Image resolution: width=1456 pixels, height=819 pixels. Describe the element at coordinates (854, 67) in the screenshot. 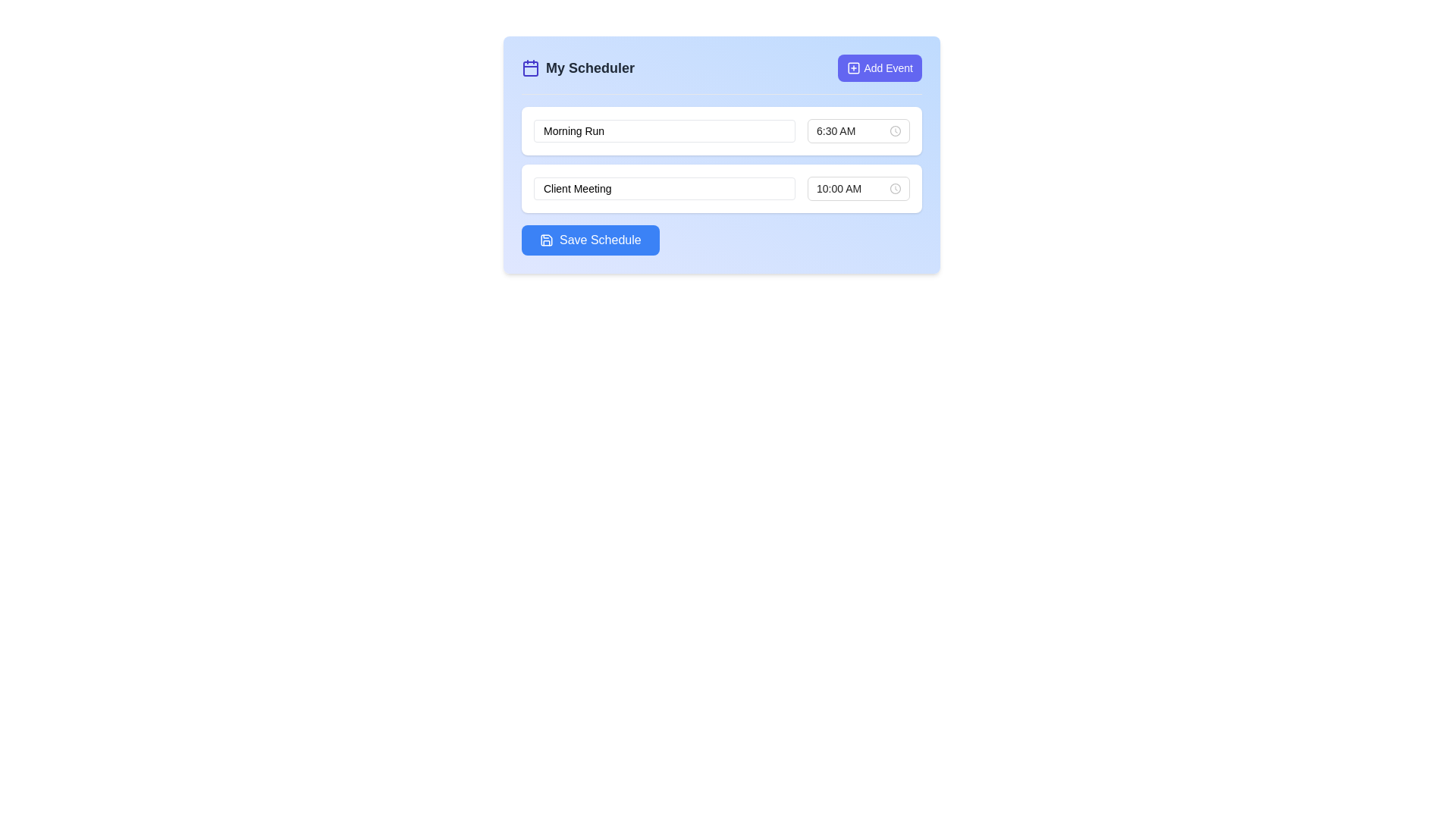

I see `the add event icon located in the top-right corner of the card, which is the leftmost component of the 'Add Event' button` at that location.